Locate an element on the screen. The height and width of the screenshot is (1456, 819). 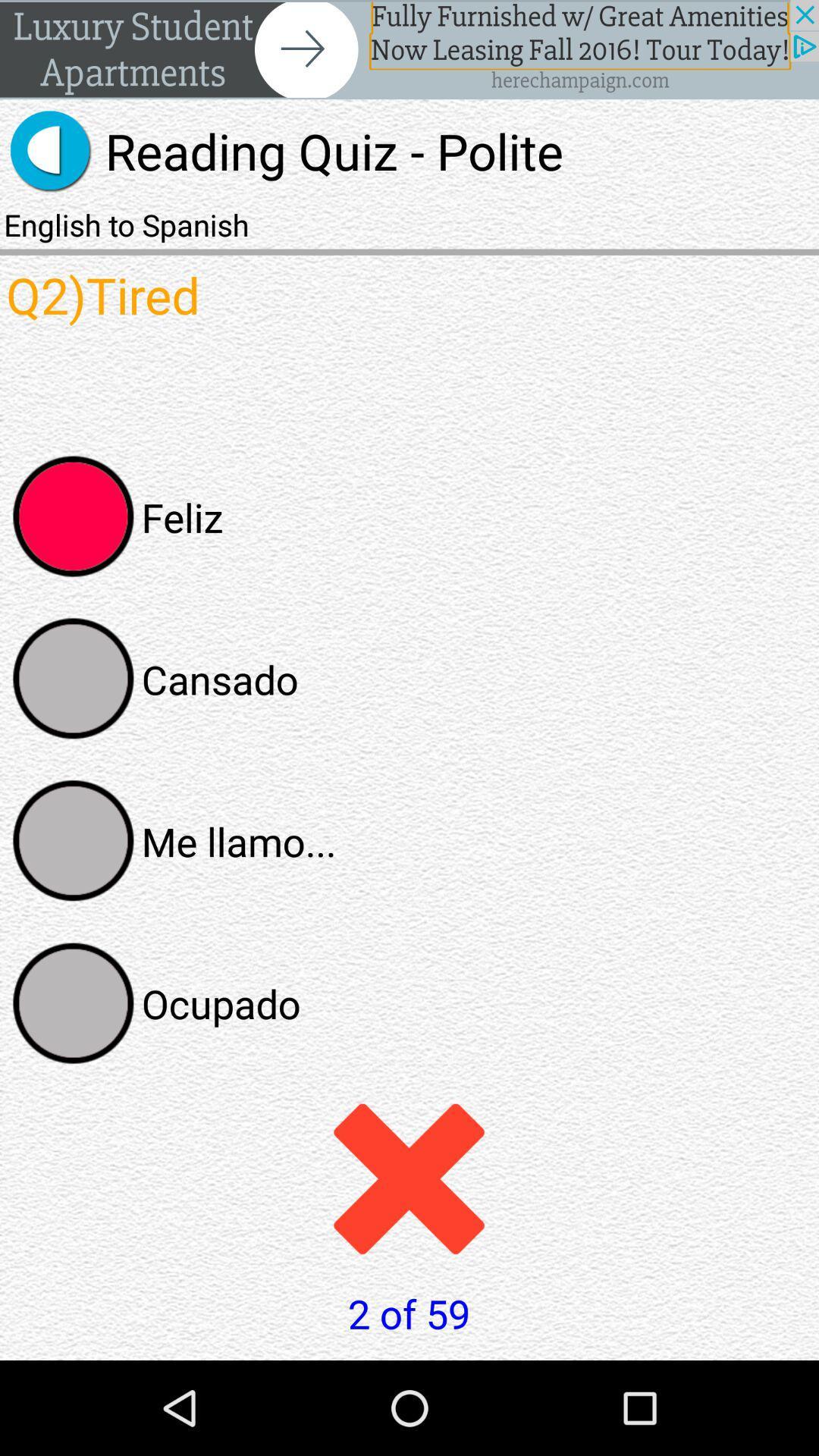
open advertisement is located at coordinates (409, 49).